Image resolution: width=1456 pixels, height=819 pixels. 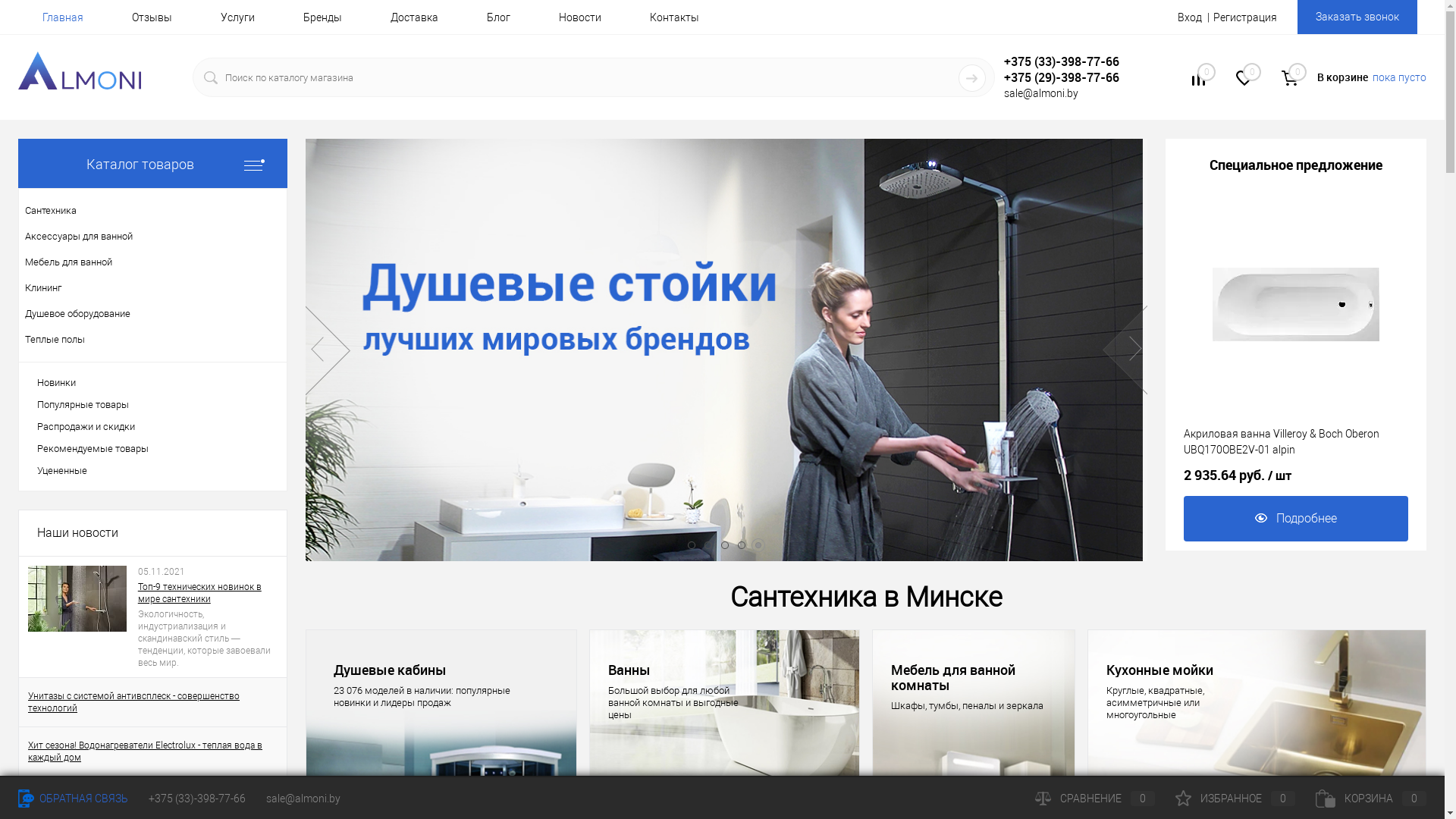 What do you see at coordinates (265, 798) in the screenshot?
I see `'sale@almoni.by'` at bounding box center [265, 798].